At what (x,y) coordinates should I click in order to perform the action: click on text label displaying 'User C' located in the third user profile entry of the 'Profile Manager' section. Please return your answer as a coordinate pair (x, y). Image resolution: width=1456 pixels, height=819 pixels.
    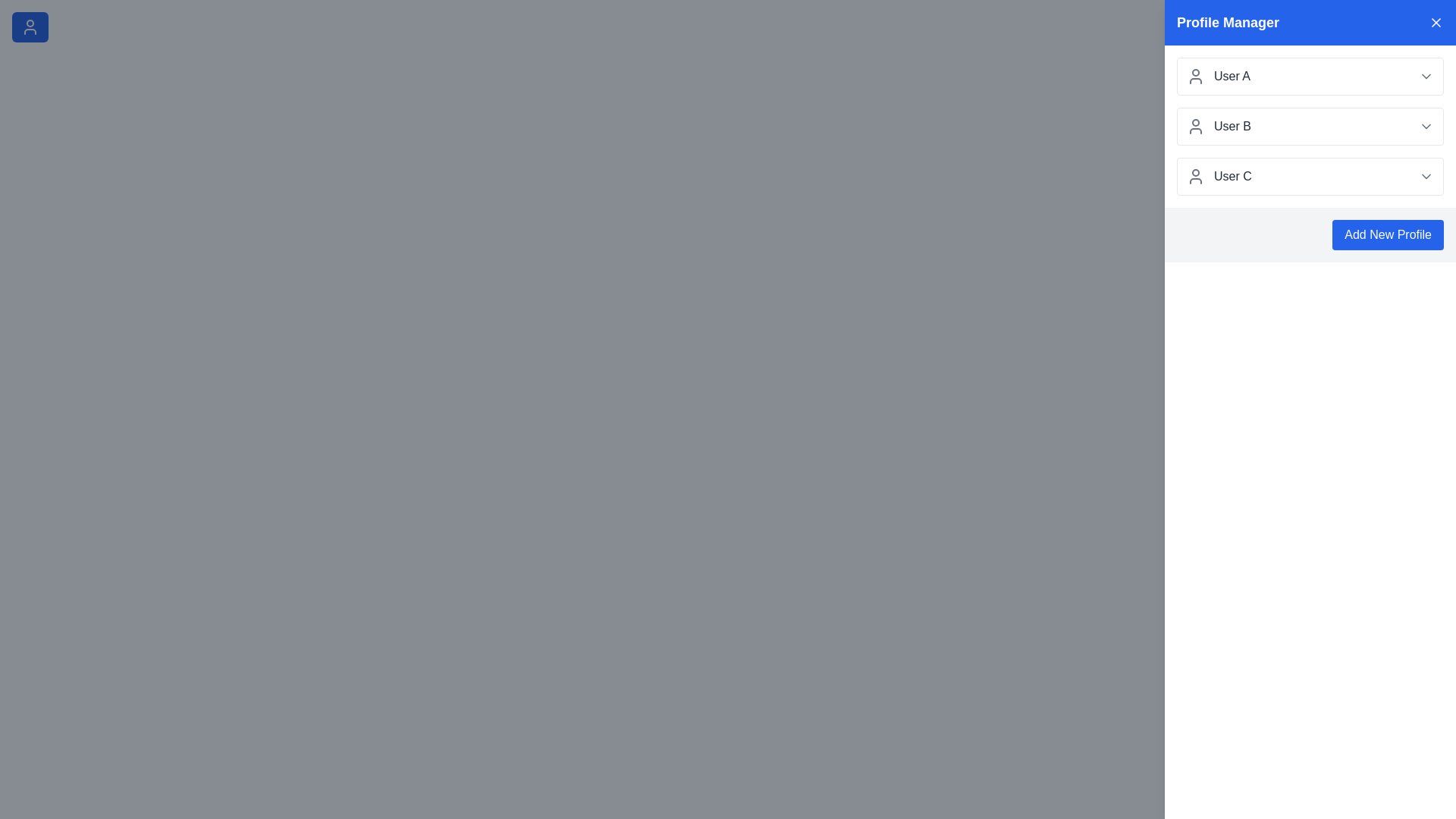
    Looking at the image, I should click on (1232, 175).